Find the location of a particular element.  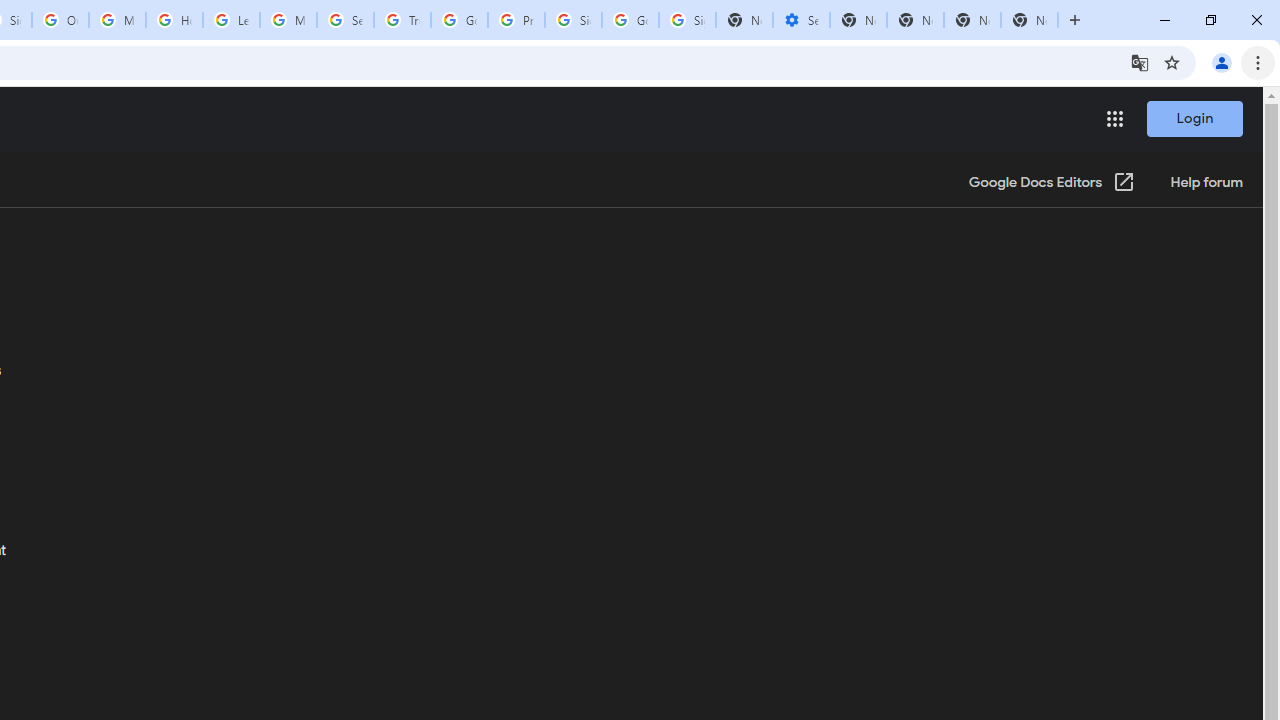

'New Tab' is located at coordinates (1029, 20).